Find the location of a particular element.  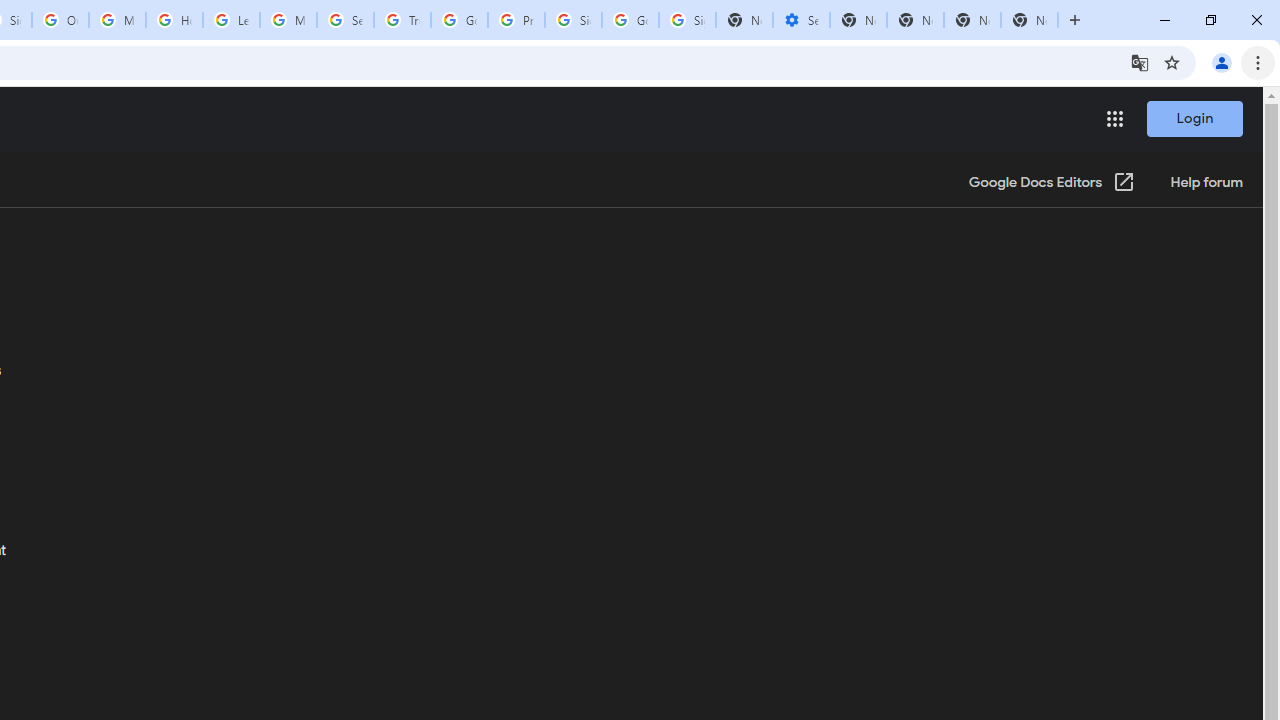

'New Tab' is located at coordinates (1029, 20).